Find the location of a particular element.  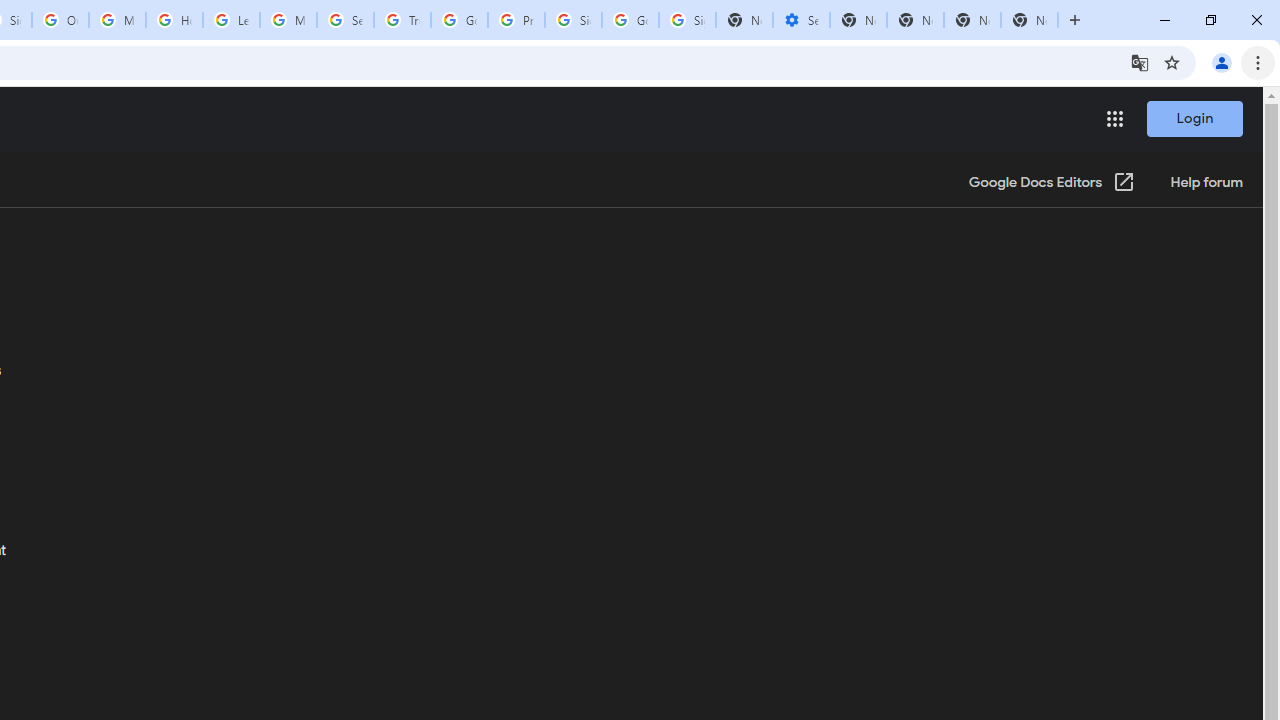

'New Tab' is located at coordinates (1029, 20).